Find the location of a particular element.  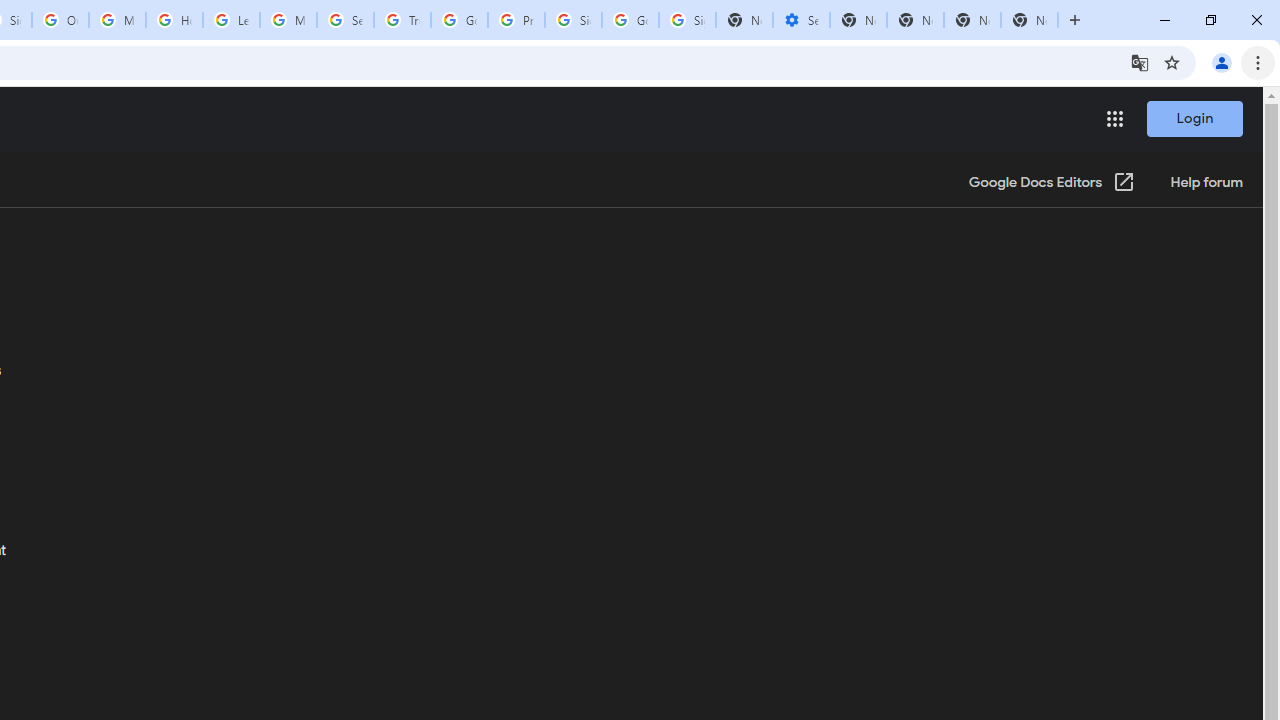

'New Tab' is located at coordinates (1029, 20).